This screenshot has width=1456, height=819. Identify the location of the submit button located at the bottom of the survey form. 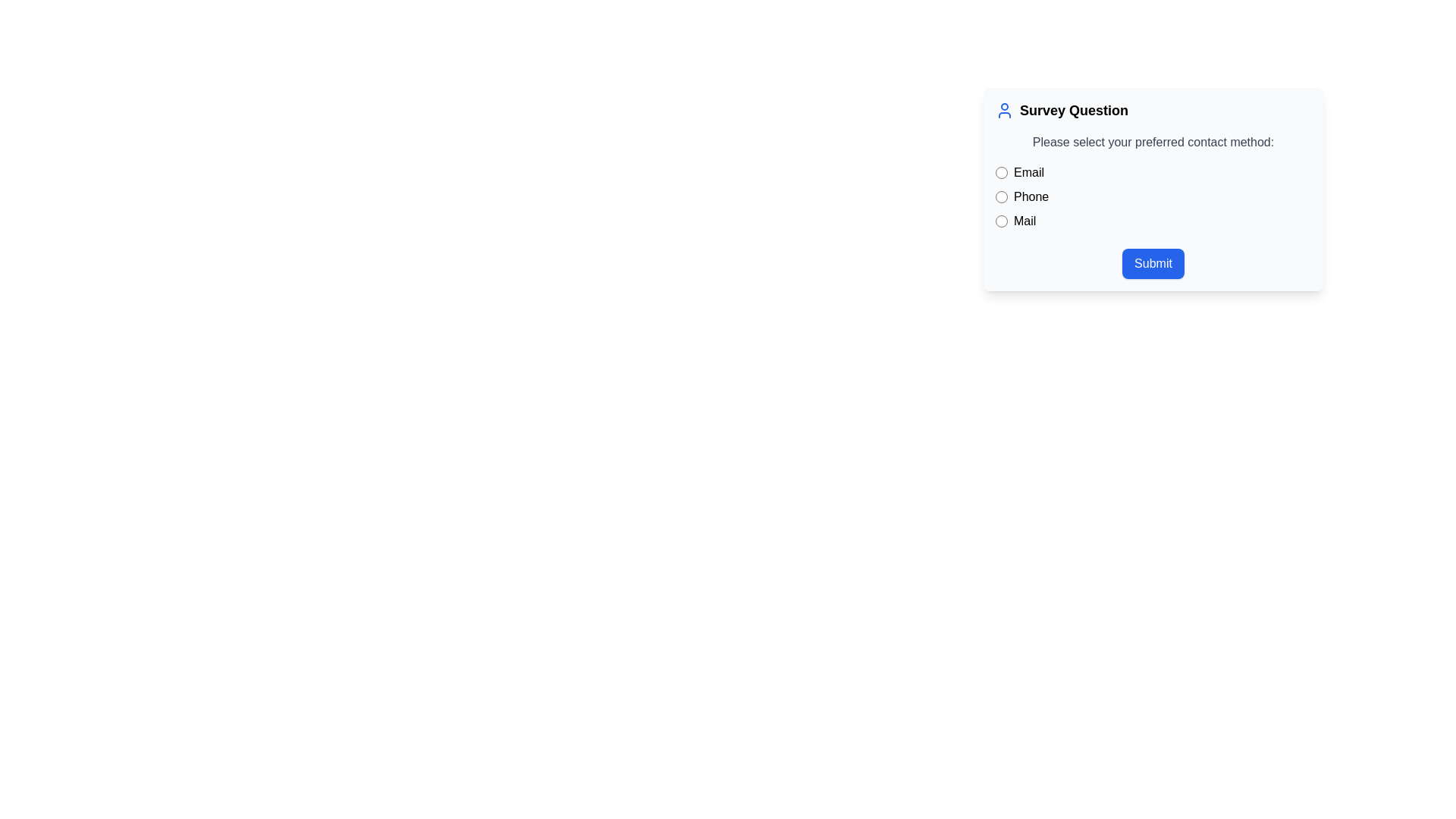
(1153, 262).